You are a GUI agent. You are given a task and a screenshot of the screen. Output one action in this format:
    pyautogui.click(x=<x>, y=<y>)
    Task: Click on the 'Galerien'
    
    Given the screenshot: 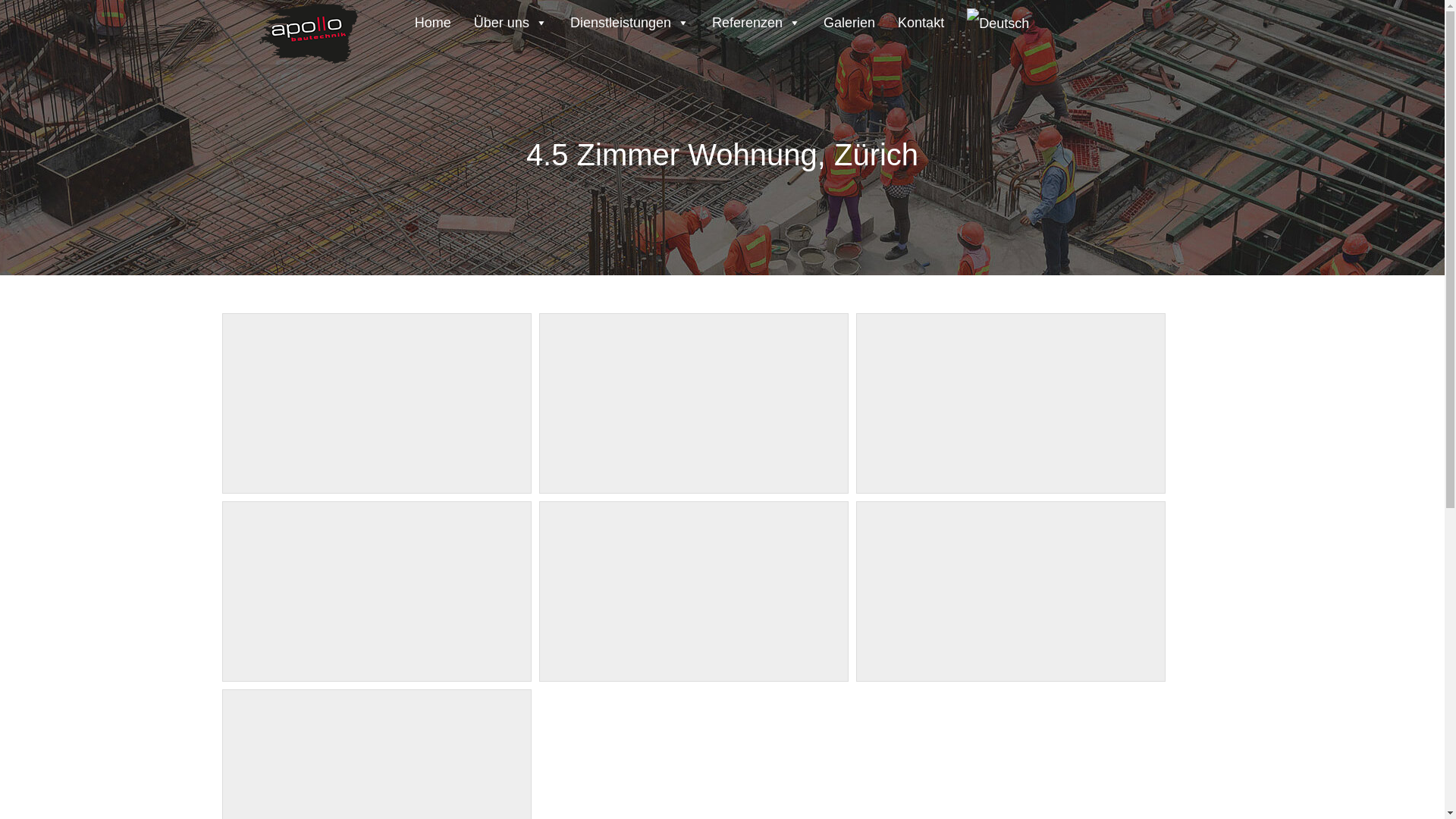 What is the action you would take?
    pyautogui.click(x=848, y=20)
    